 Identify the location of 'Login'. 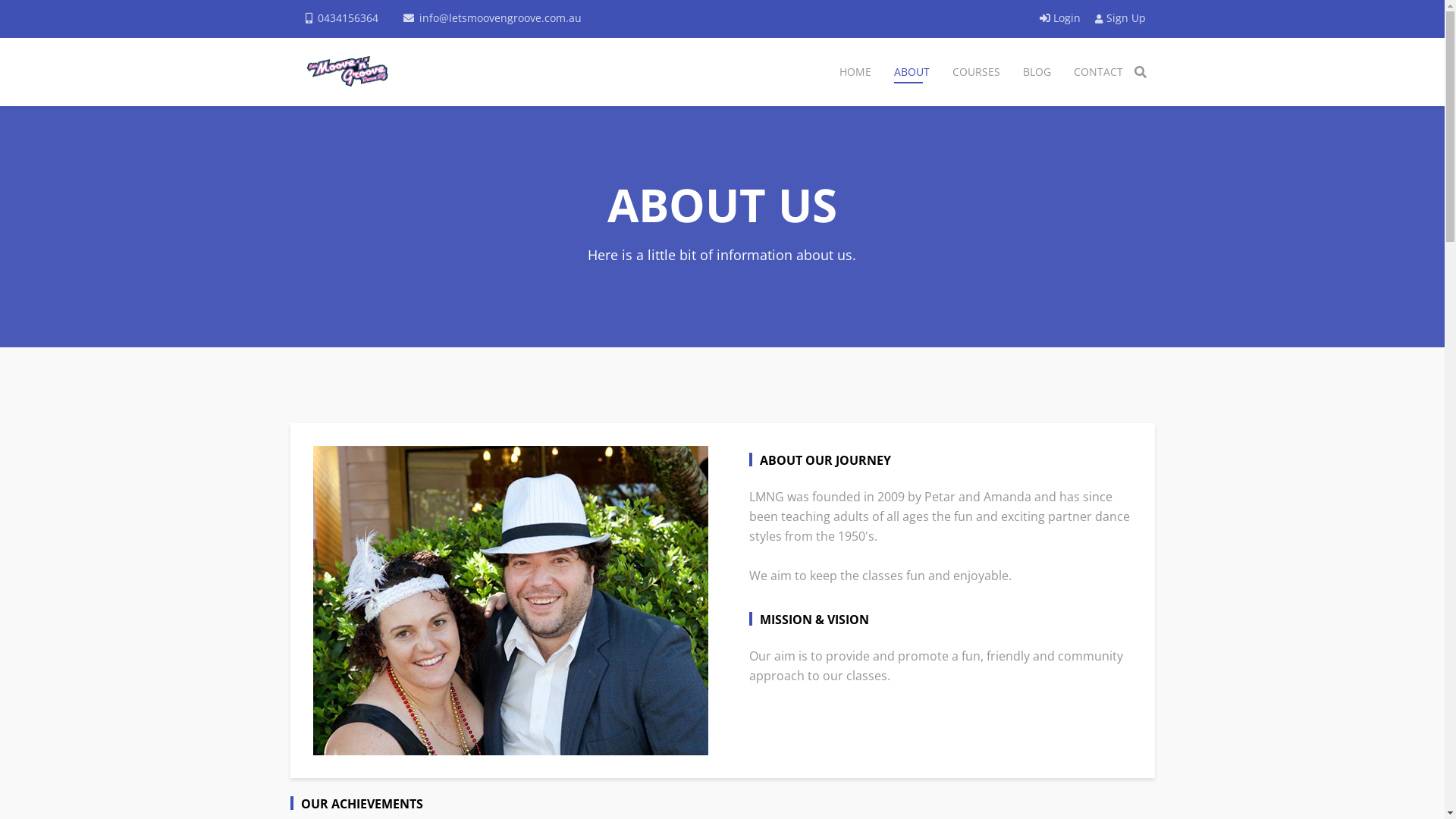
(1037, 17).